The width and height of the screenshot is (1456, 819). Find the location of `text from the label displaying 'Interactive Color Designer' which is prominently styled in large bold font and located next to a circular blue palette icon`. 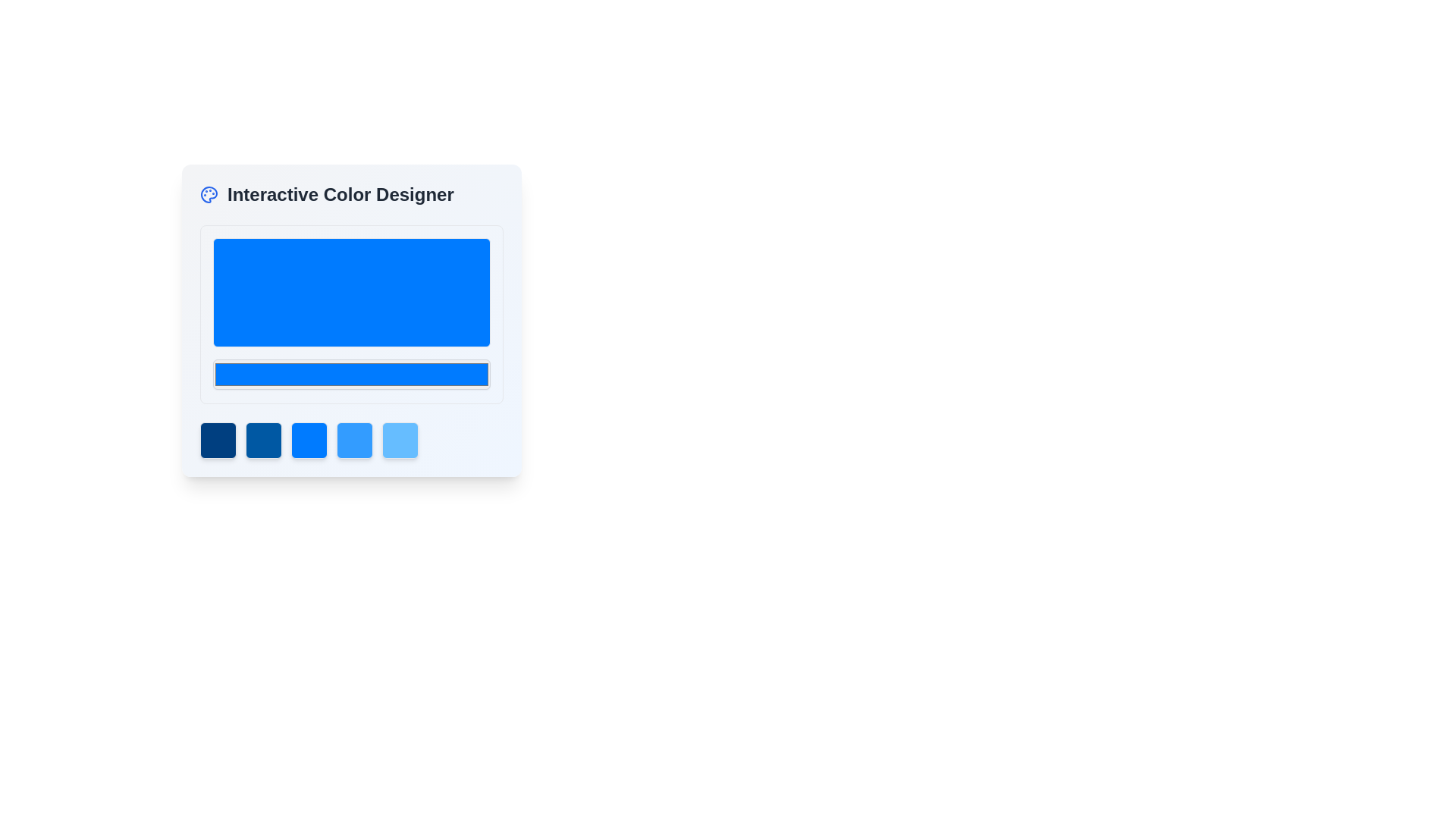

text from the label displaying 'Interactive Color Designer' which is prominently styled in large bold font and located next to a circular blue palette icon is located at coordinates (340, 194).